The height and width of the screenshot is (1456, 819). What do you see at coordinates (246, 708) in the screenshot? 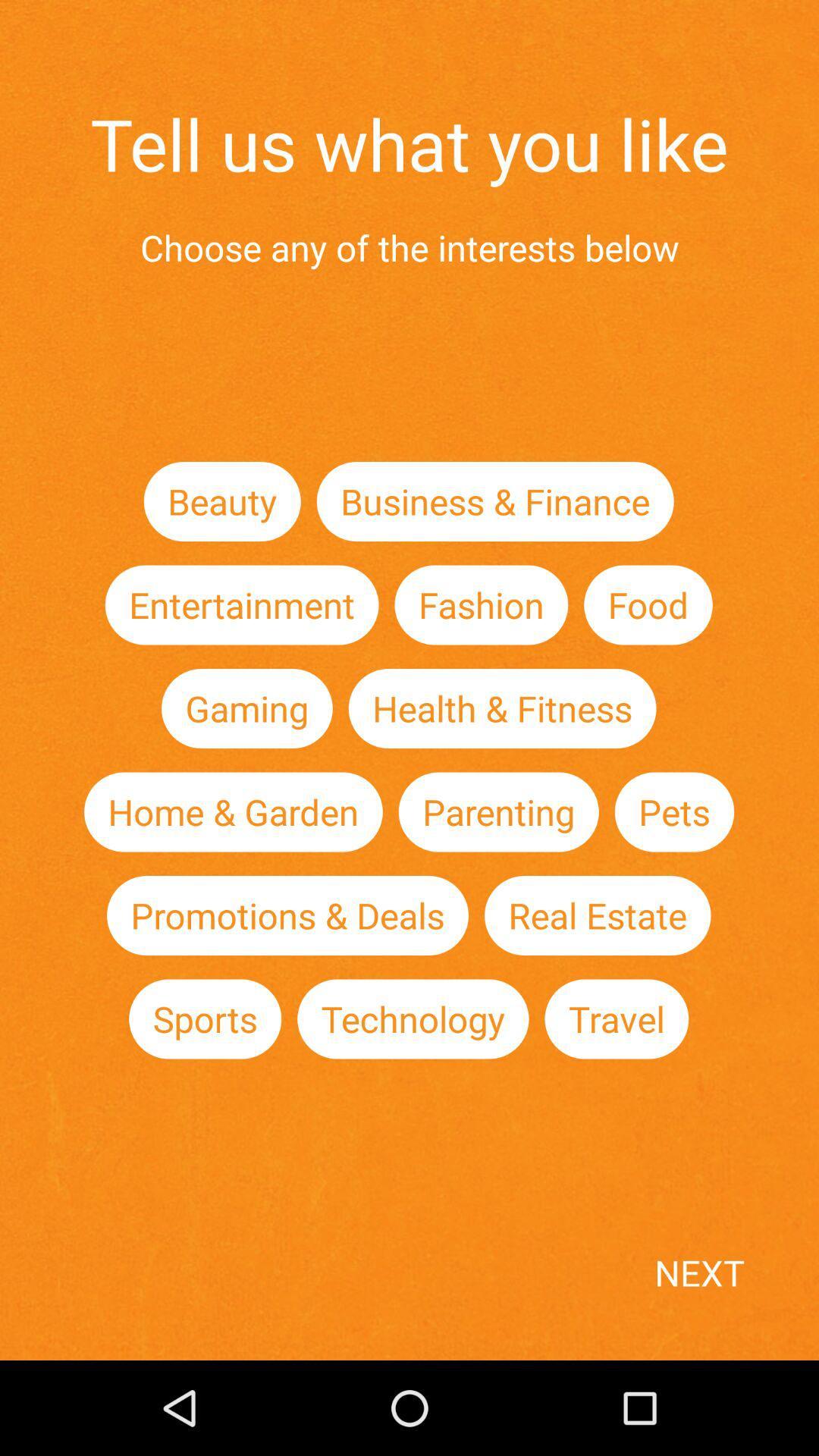
I see `the item next to health & fitness icon` at bounding box center [246, 708].